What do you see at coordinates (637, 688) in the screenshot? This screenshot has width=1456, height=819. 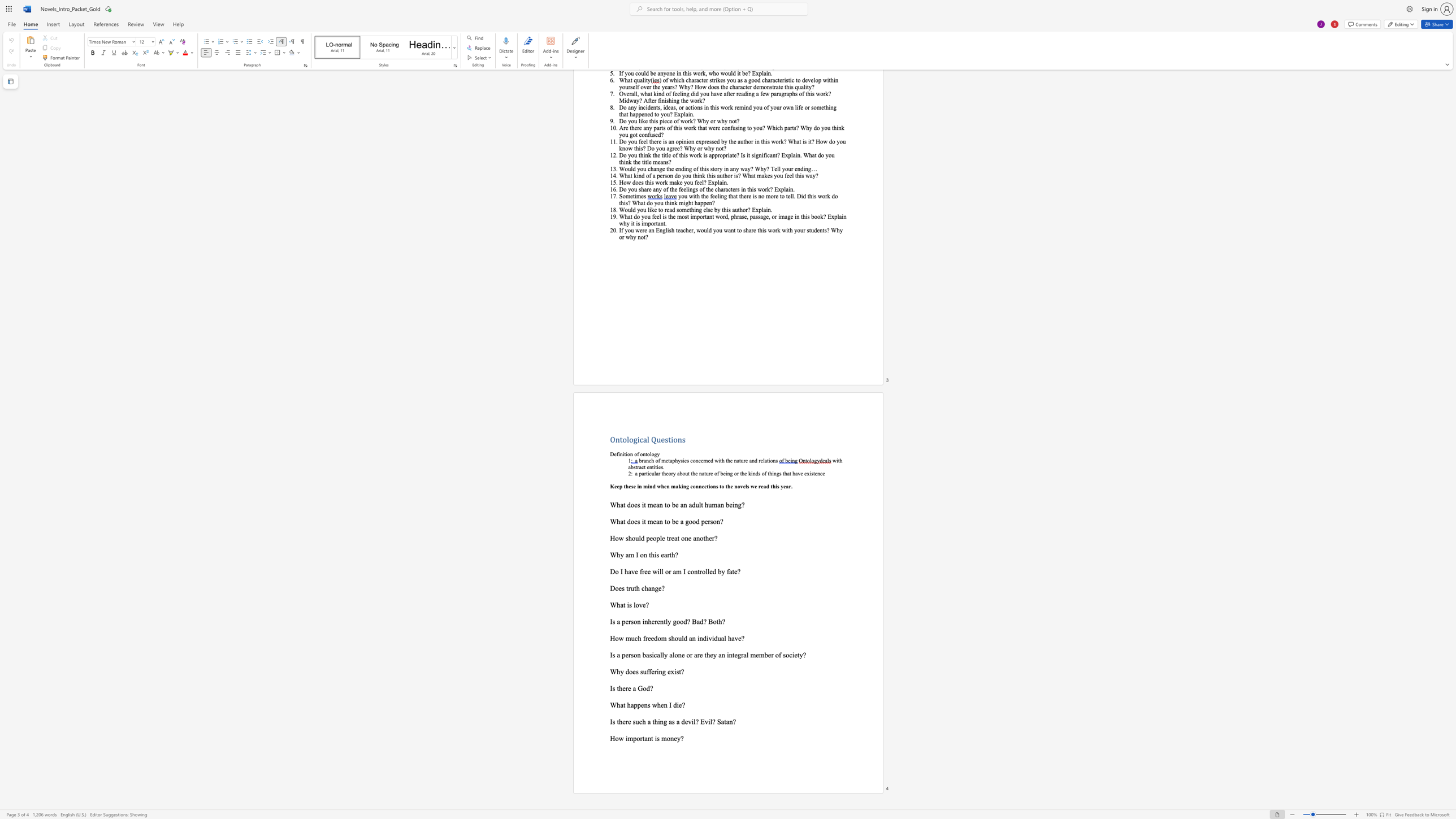 I see `the subset text "Go" within the text "Is there a God?"` at bounding box center [637, 688].